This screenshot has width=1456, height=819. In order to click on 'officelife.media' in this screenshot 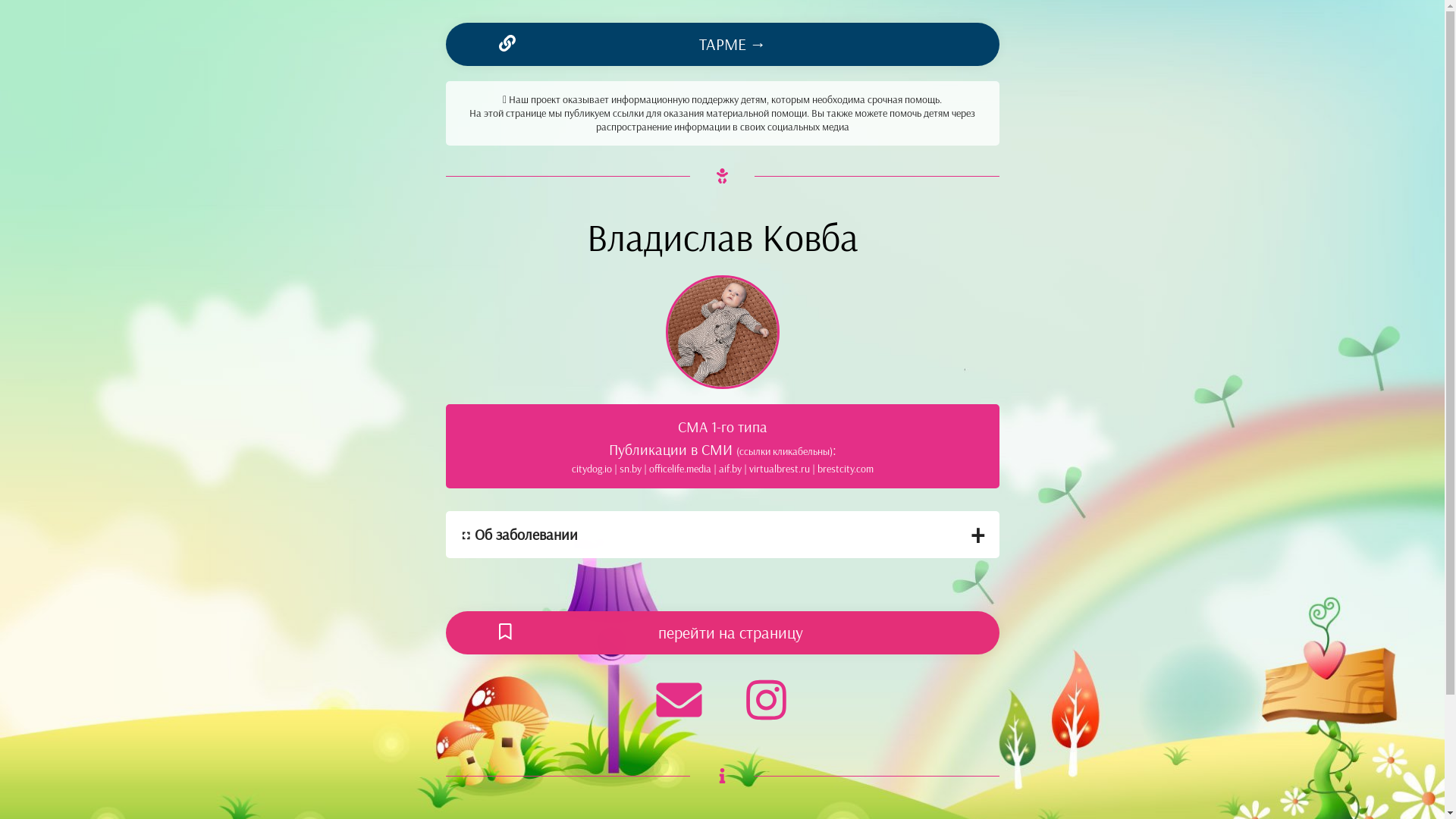, I will do `click(679, 467)`.